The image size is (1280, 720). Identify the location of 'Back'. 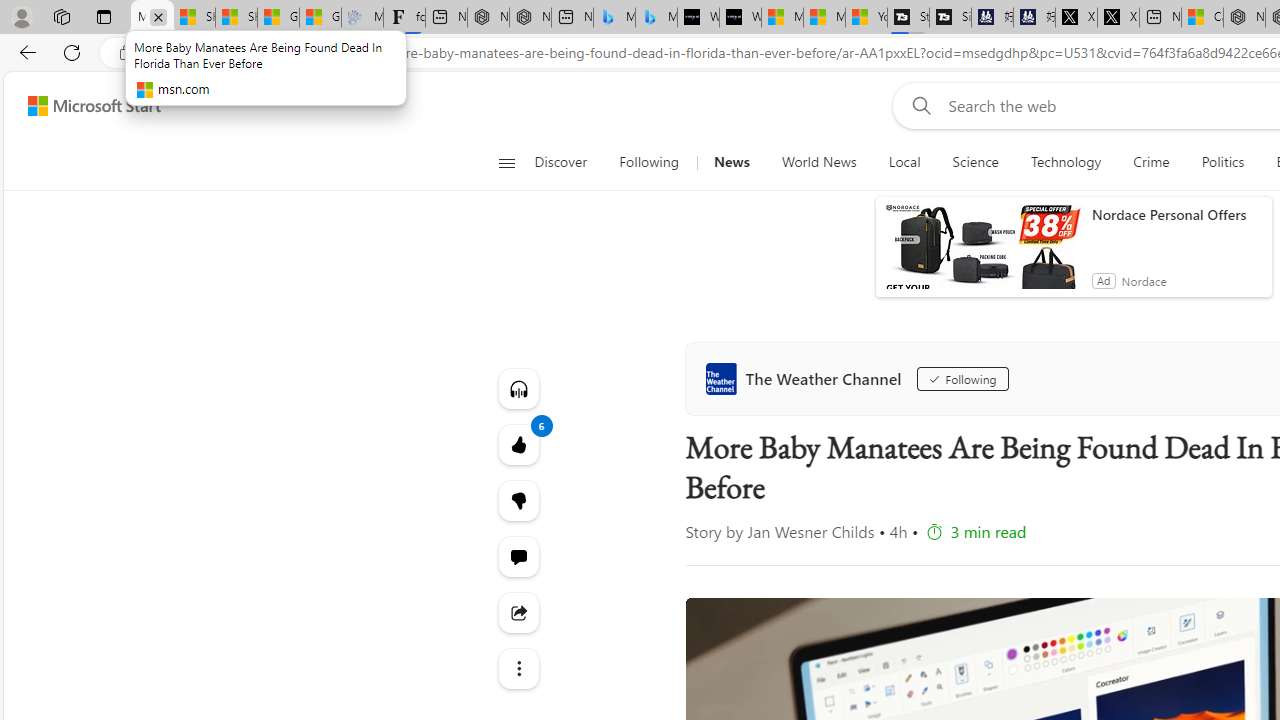
(24, 51).